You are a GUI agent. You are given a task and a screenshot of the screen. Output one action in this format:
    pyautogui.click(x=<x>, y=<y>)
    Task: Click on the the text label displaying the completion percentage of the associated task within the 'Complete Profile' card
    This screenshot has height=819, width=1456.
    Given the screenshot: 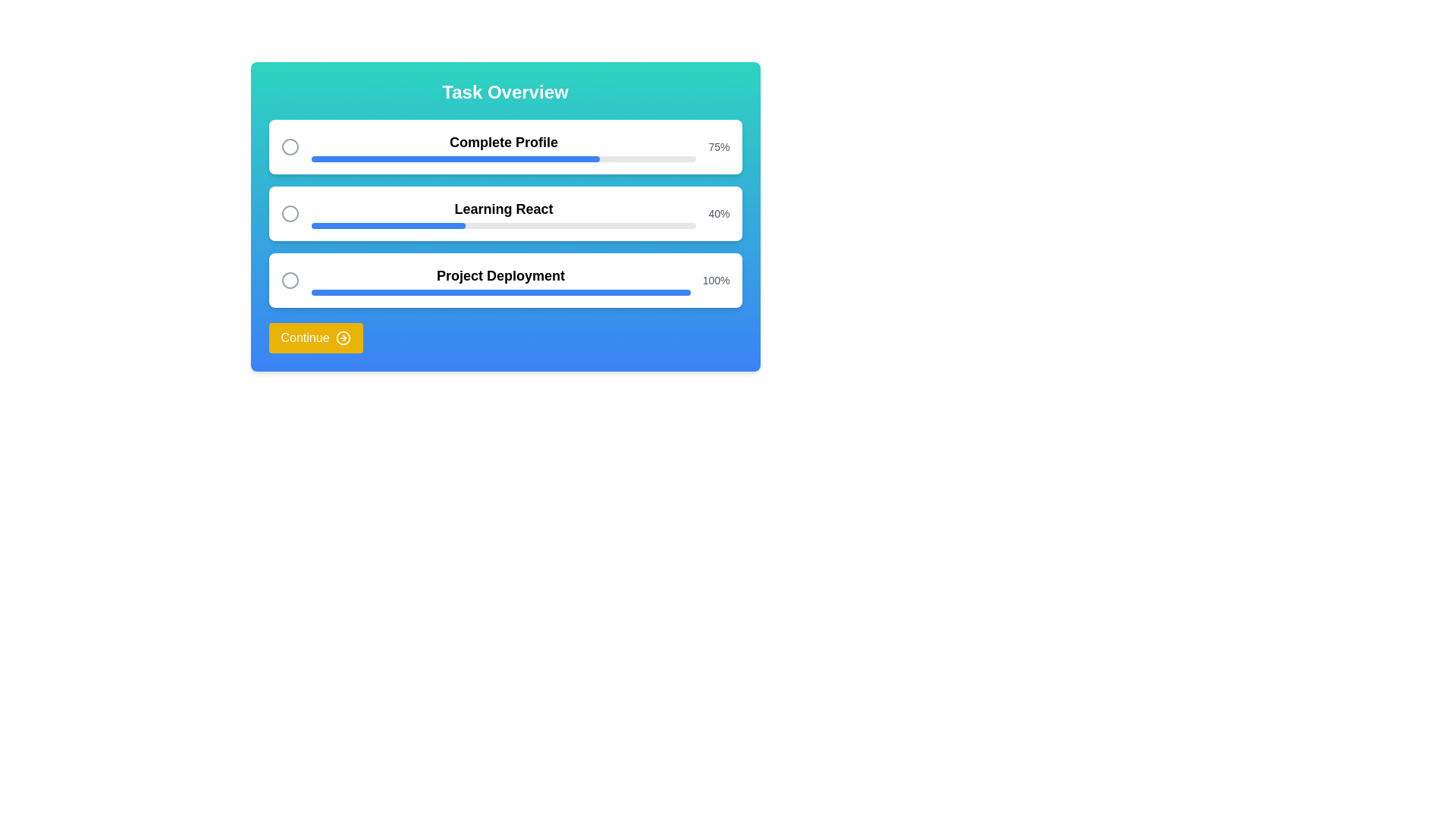 What is the action you would take?
    pyautogui.click(x=718, y=146)
    